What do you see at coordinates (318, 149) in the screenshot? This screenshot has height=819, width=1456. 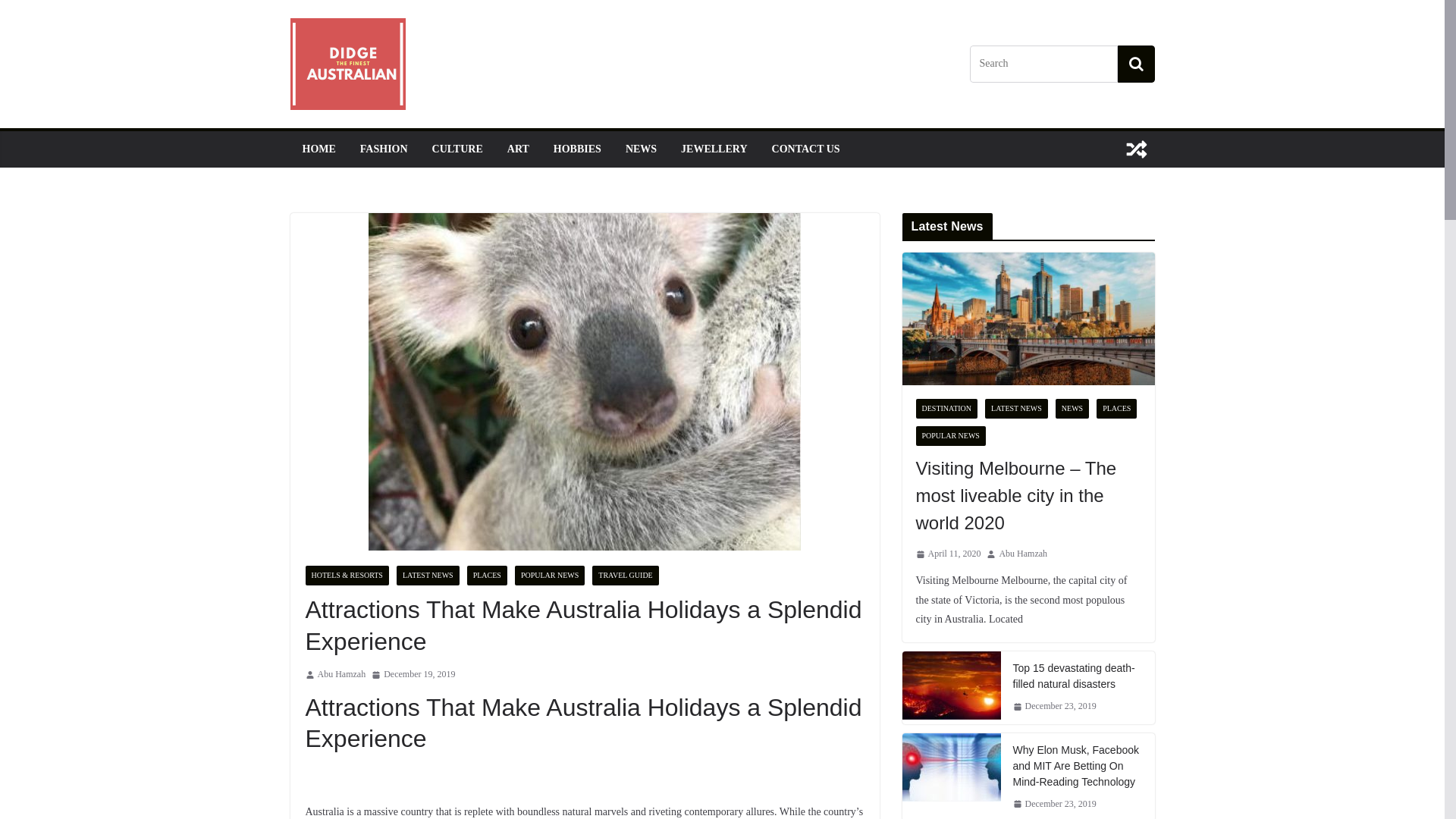 I see `'HOME'` at bounding box center [318, 149].